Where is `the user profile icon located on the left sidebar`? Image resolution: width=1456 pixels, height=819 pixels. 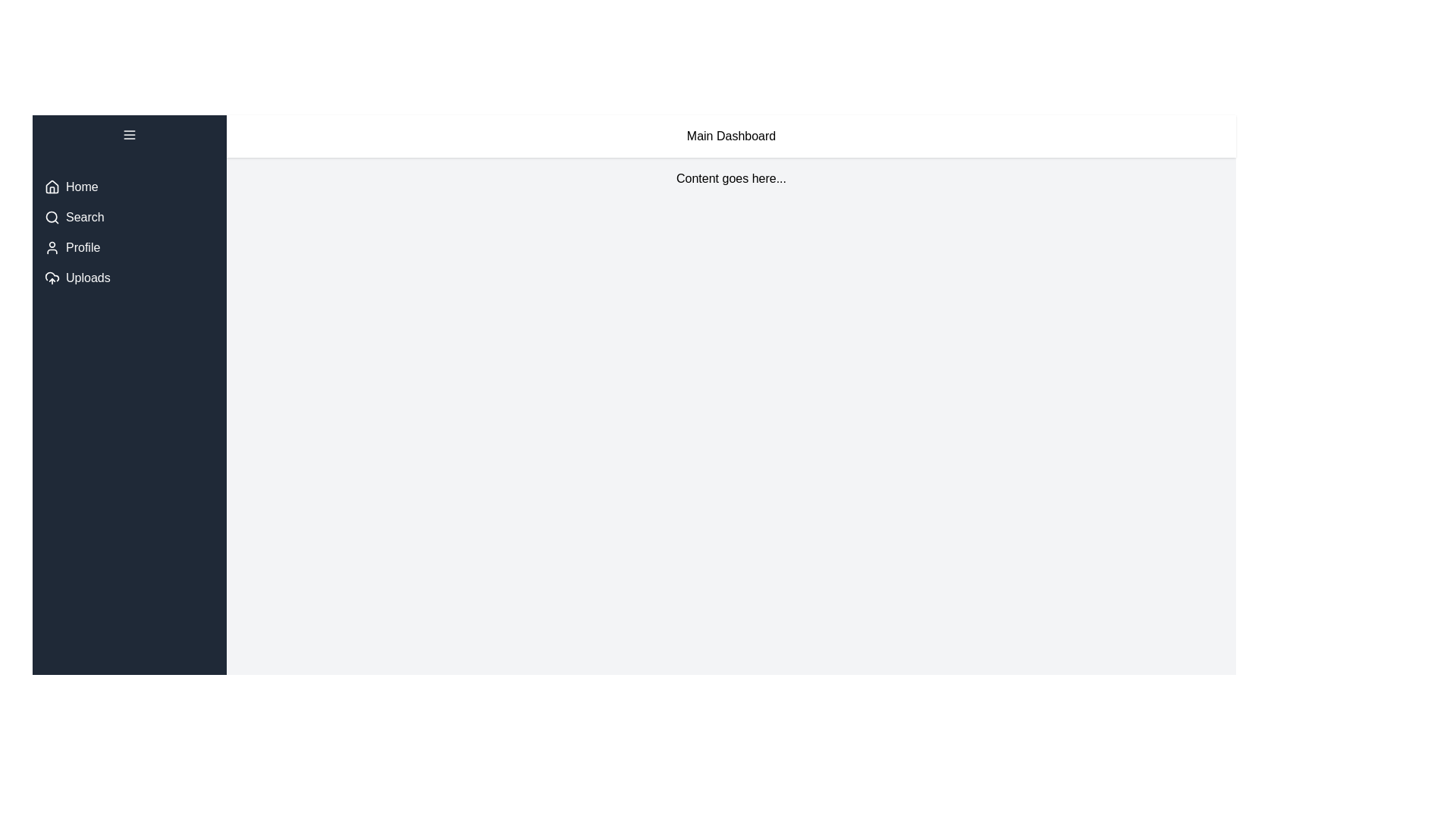 the user profile icon located on the left sidebar is located at coordinates (52, 247).